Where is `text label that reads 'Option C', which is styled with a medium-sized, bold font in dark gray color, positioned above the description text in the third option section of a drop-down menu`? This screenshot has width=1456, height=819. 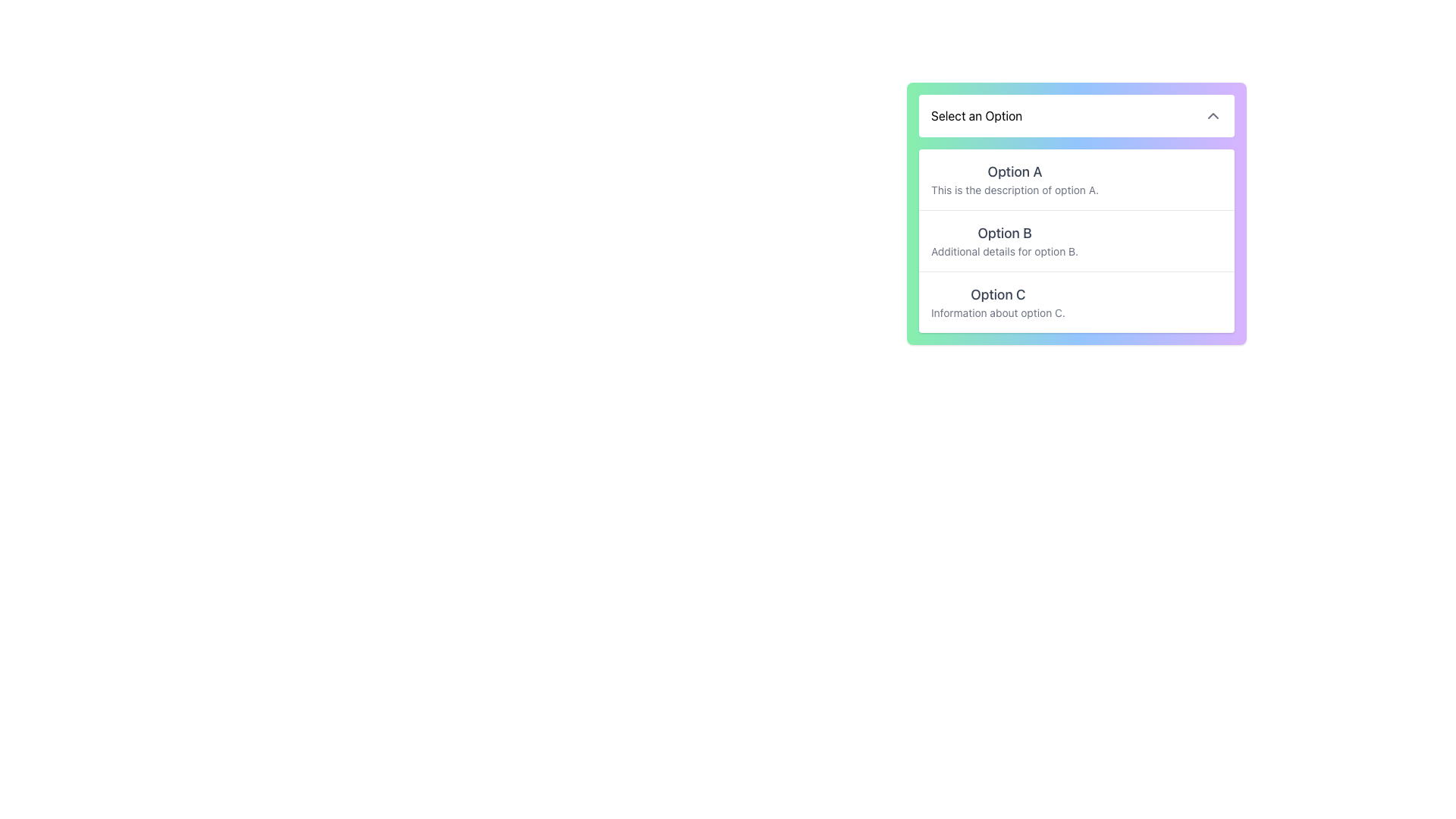 text label that reads 'Option C', which is styled with a medium-sized, bold font in dark gray color, positioned above the description text in the third option section of a drop-down menu is located at coordinates (998, 295).